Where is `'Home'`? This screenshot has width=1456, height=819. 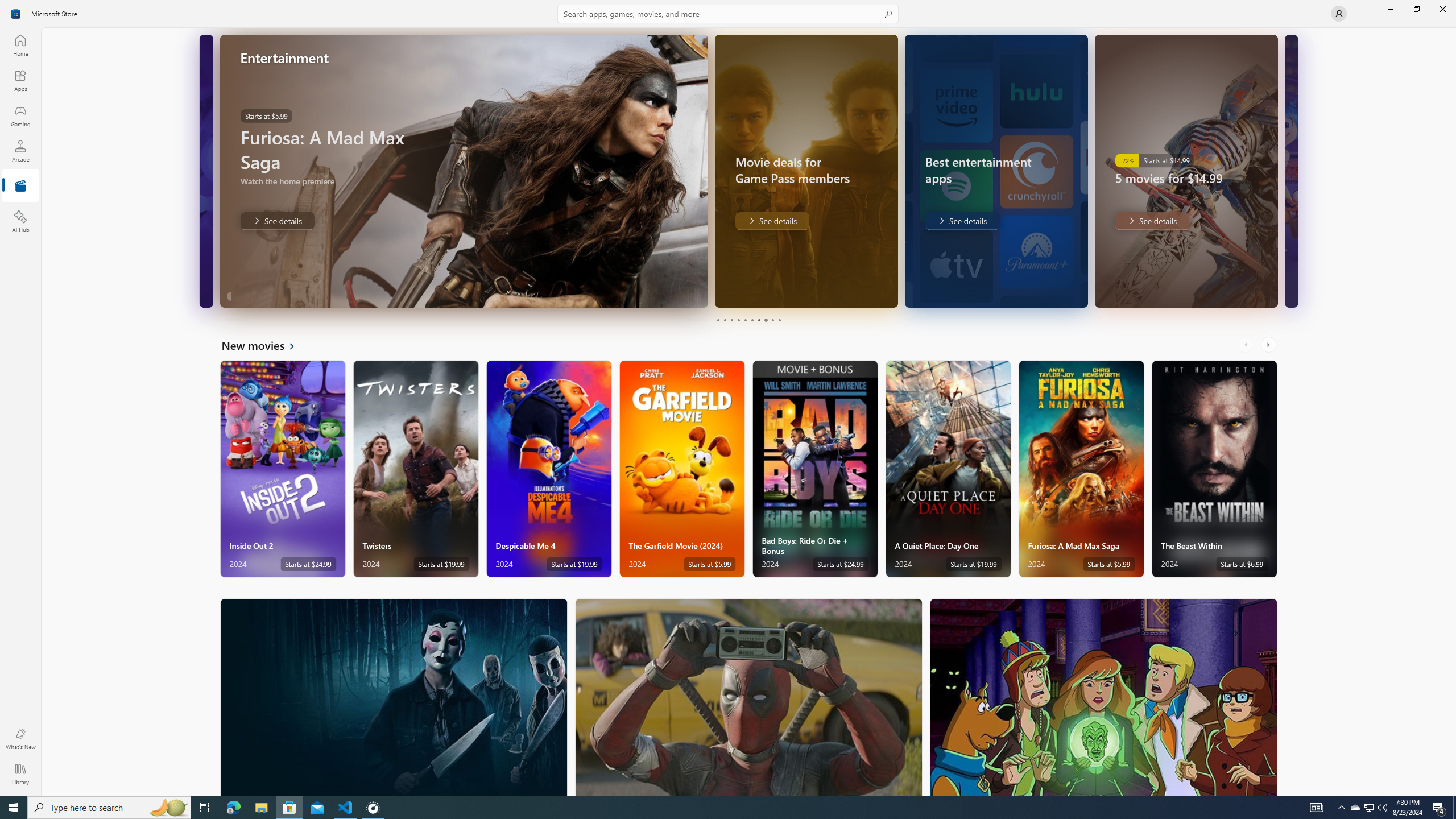
'Home' is located at coordinates (19, 44).